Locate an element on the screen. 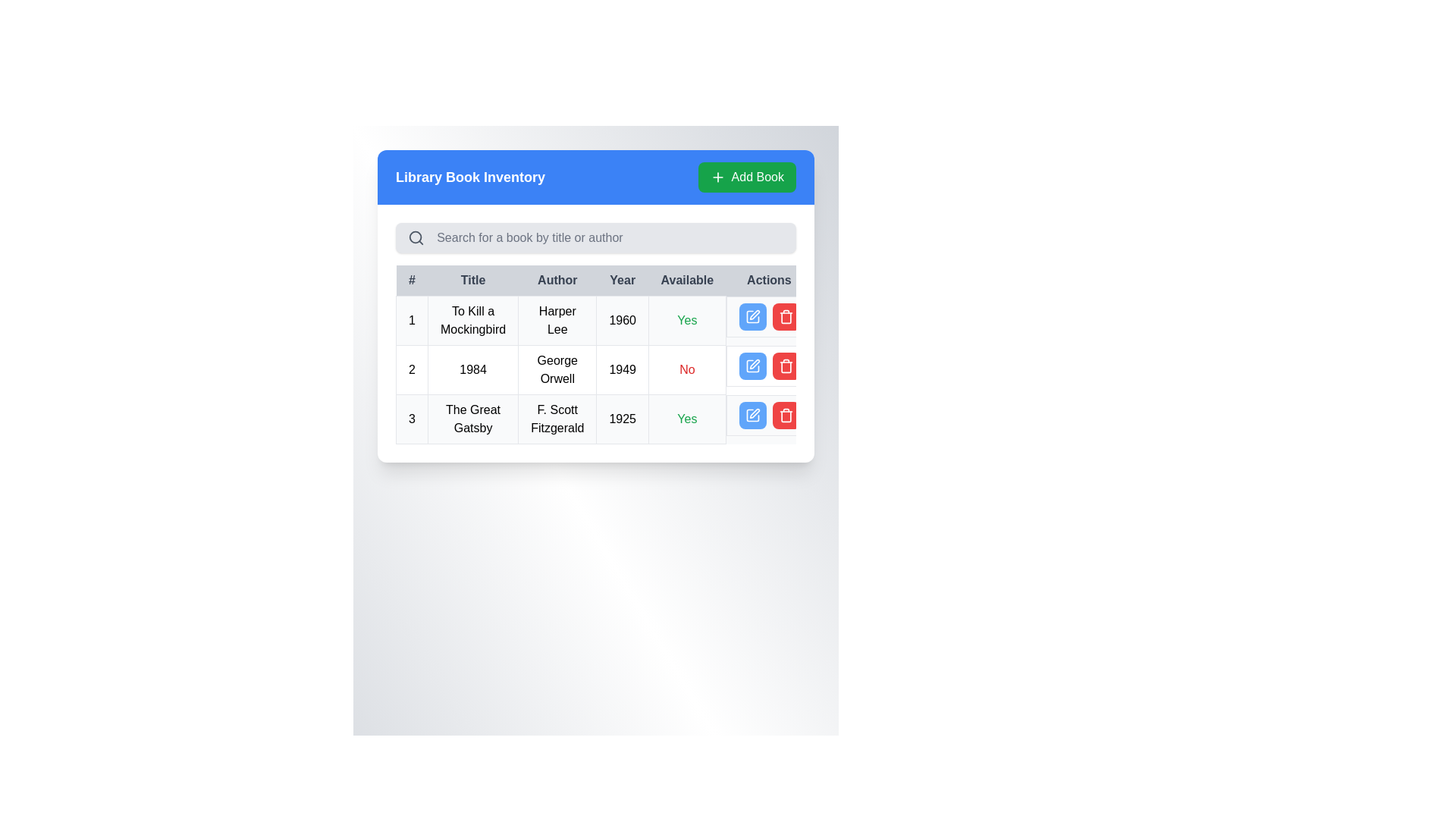  information displayed in the Text display cell showing the title of the book 'The Great Gatsby', located in the second cell of the third row under the 'Title' column is located at coordinates (472, 419).